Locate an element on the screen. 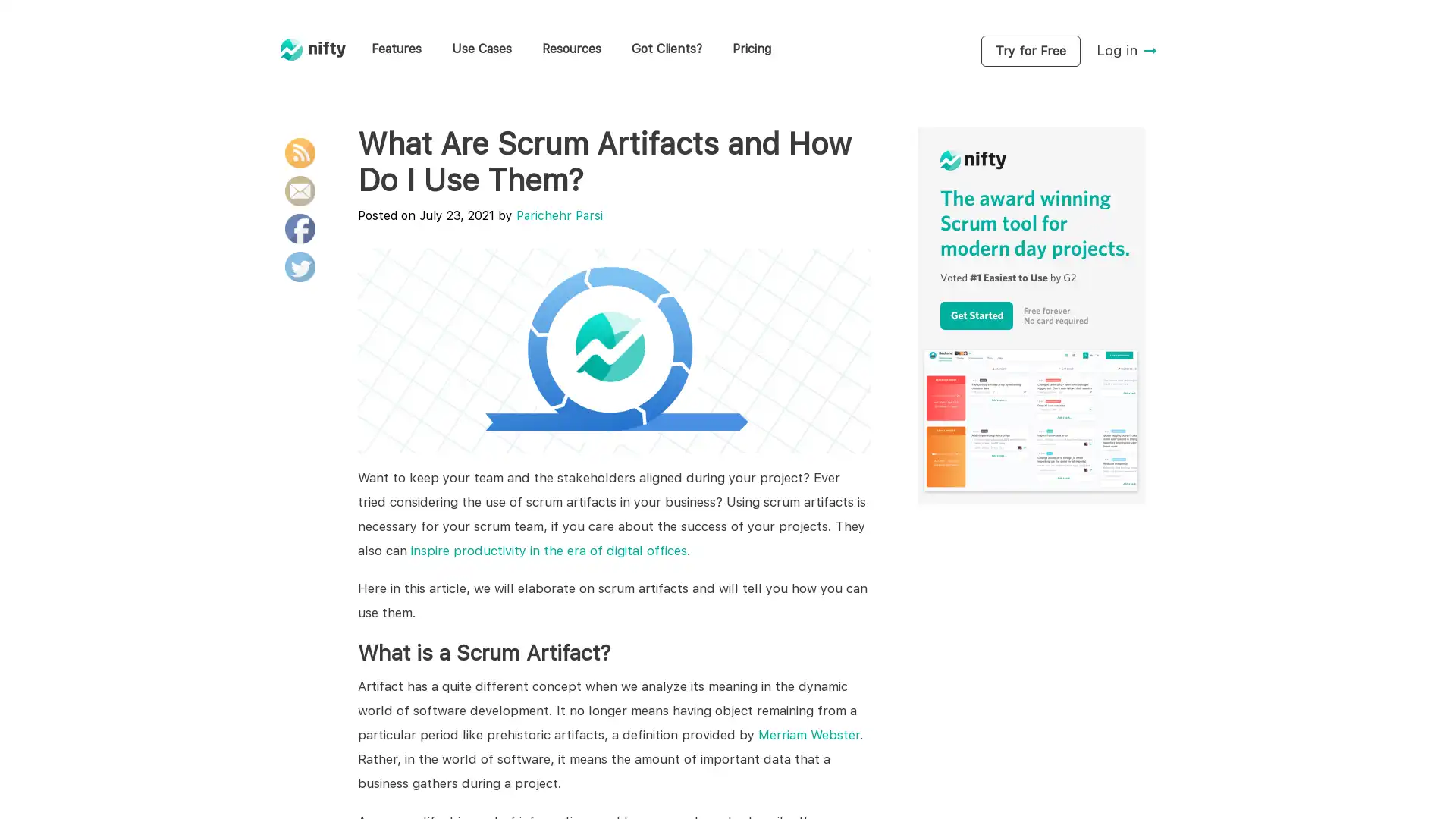  Try for Free is located at coordinates (1030, 50).